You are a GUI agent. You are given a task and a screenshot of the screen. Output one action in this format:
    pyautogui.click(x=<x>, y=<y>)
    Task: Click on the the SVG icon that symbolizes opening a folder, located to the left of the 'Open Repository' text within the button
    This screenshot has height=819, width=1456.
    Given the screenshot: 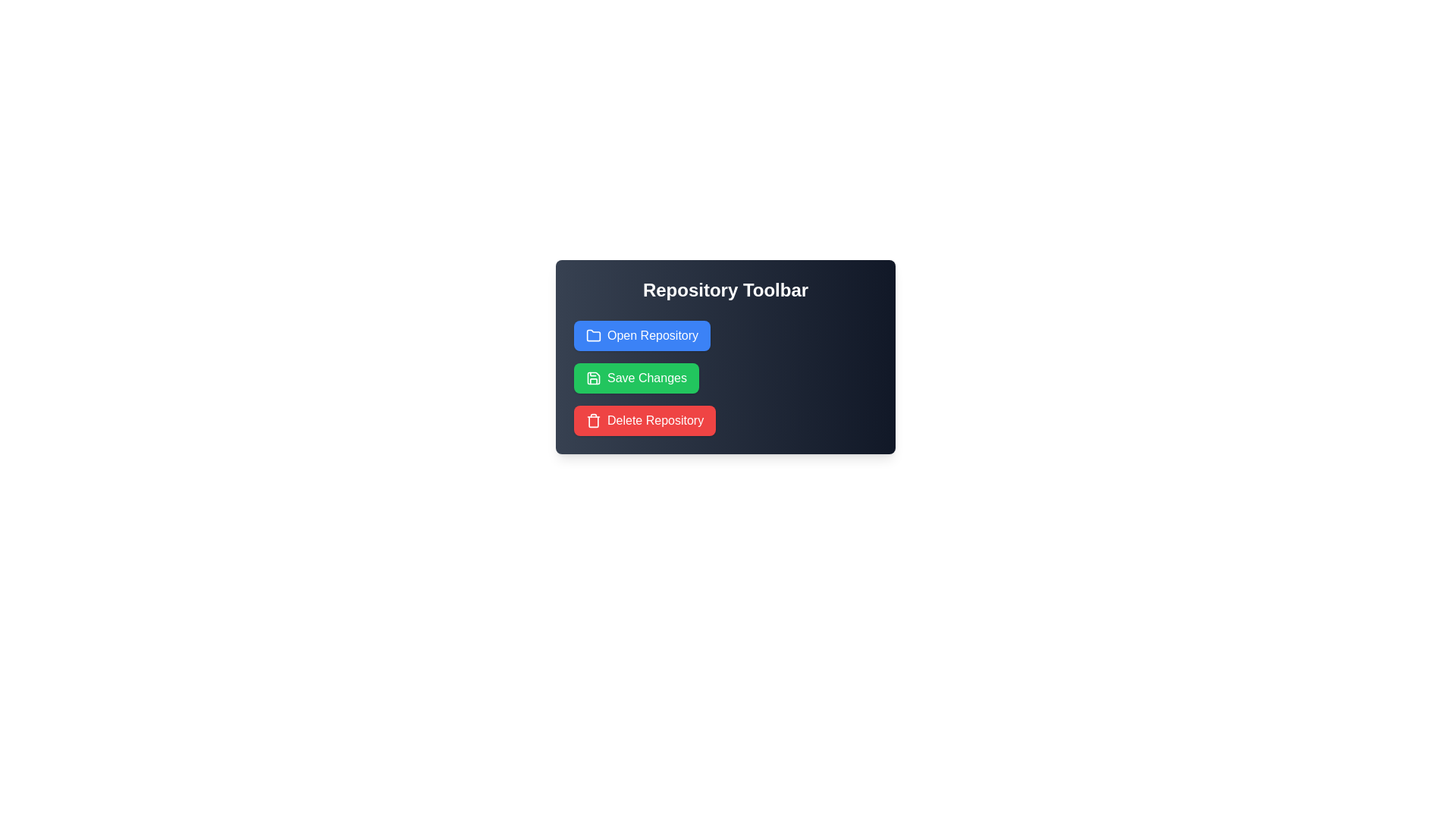 What is the action you would take?
    pyautogui.click(x=592, y=335)
    